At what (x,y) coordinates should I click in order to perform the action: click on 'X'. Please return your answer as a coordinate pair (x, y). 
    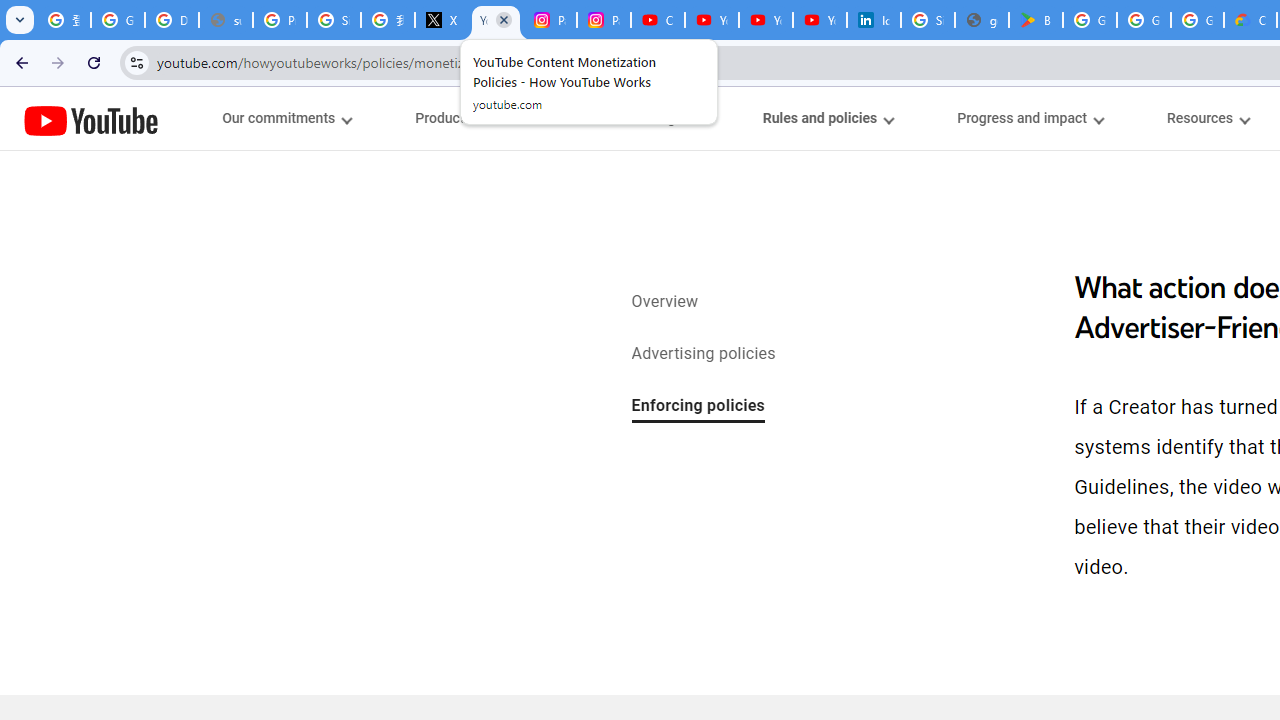
    Looking at the image, I should click on (440, 20).